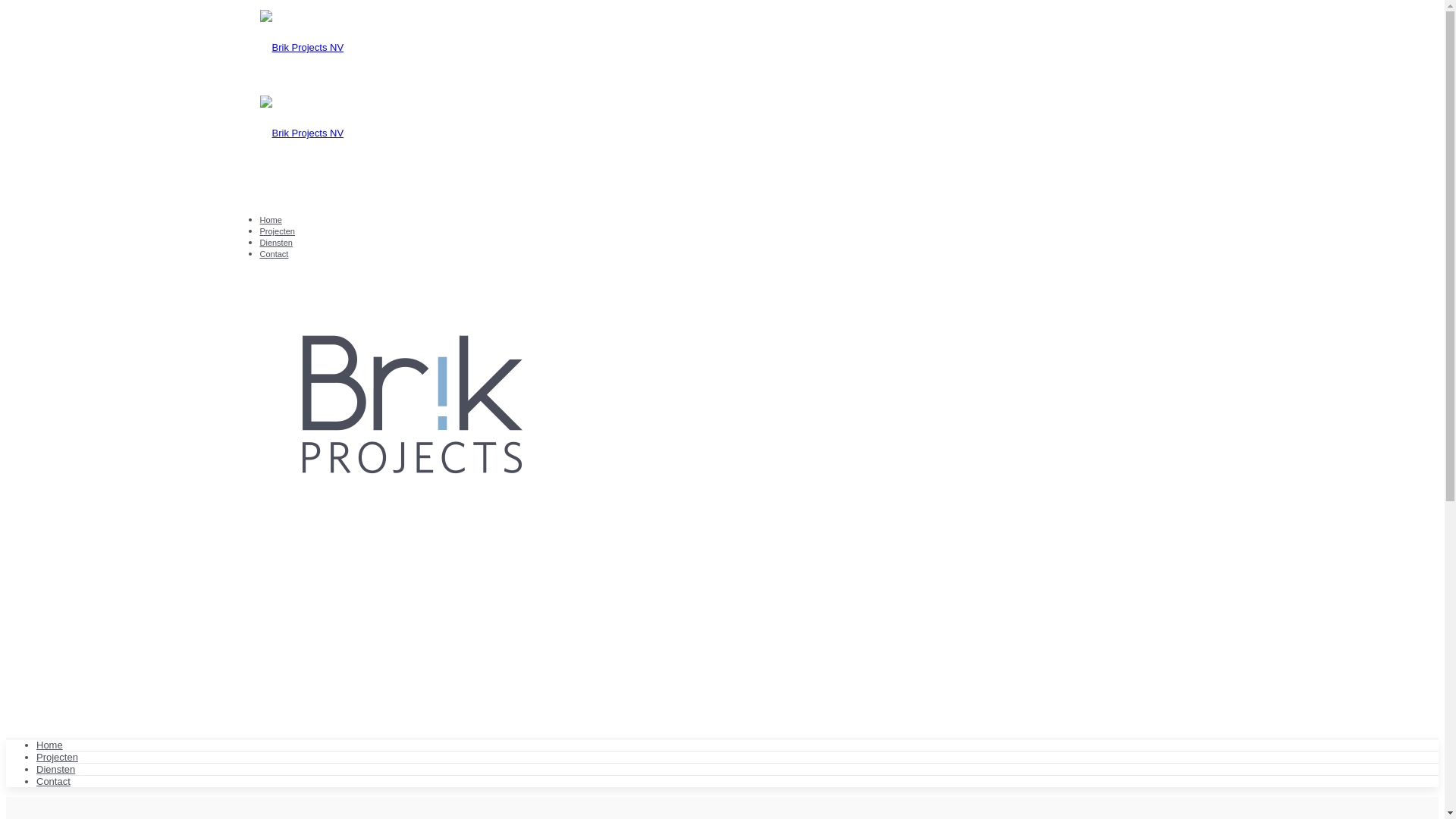  I want to click on 'Projecten', so click(57, 757).